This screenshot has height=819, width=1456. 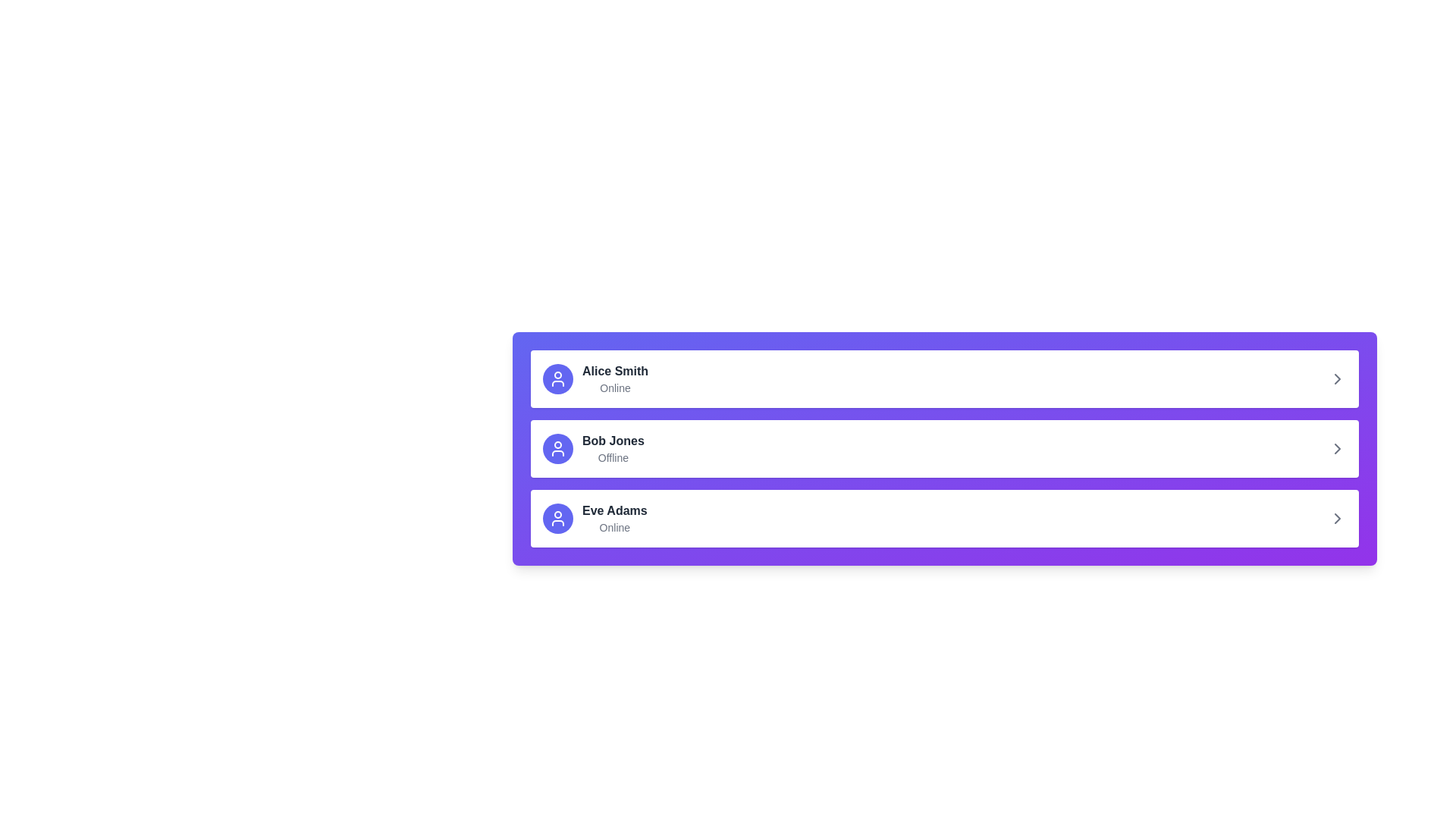 I want to click on the chevron arrow icon located next to the 'Bob Jones' list entry, so click(x=1337, y=447).